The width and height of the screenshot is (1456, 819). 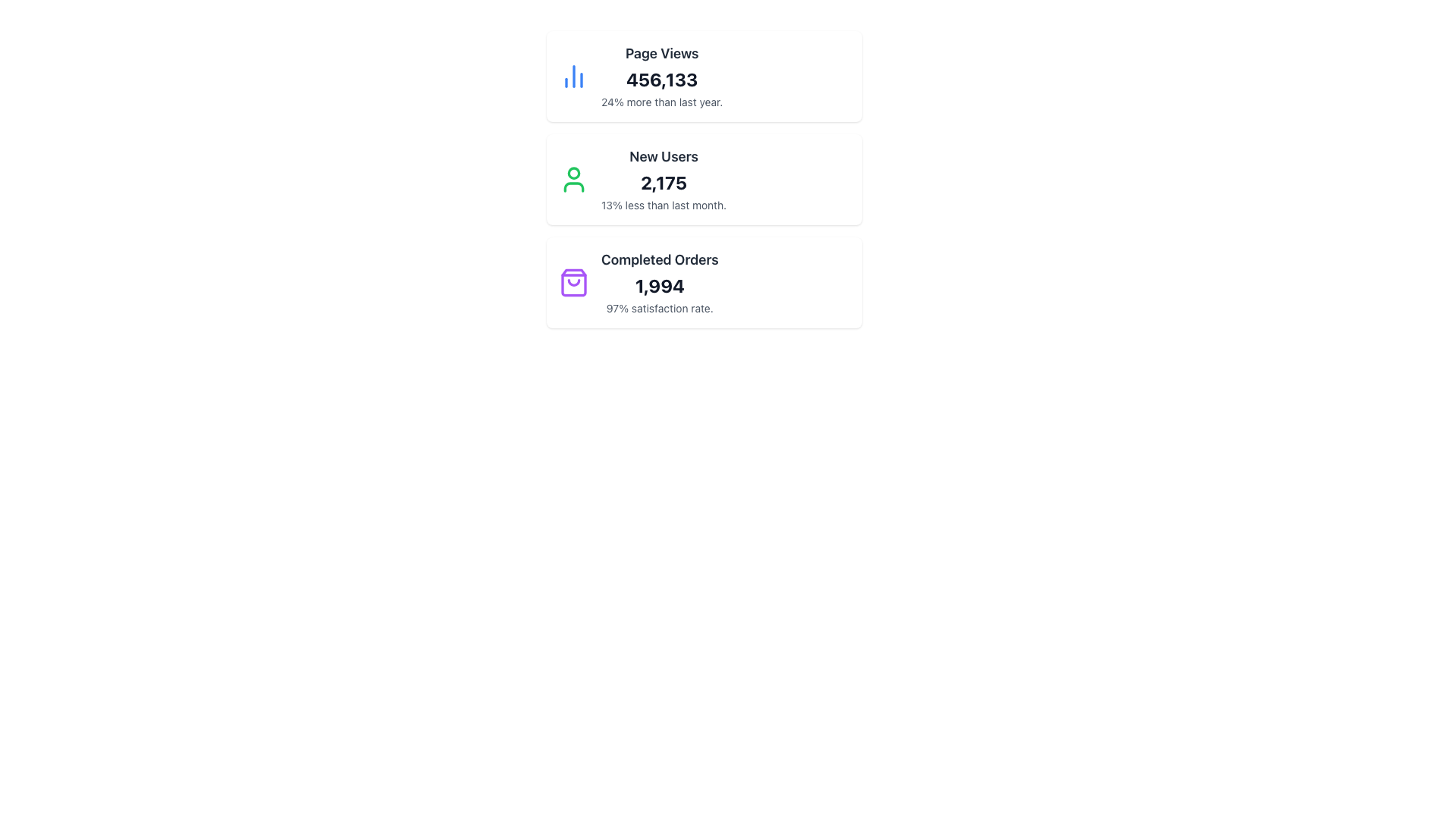 What do you see at coordinates (664, 157) in the screenshot?
I see `the 'New Users' text label, which is prominently displayed in bold and slightly enlarged font within the statistics card` at bounding box center [664, 157].